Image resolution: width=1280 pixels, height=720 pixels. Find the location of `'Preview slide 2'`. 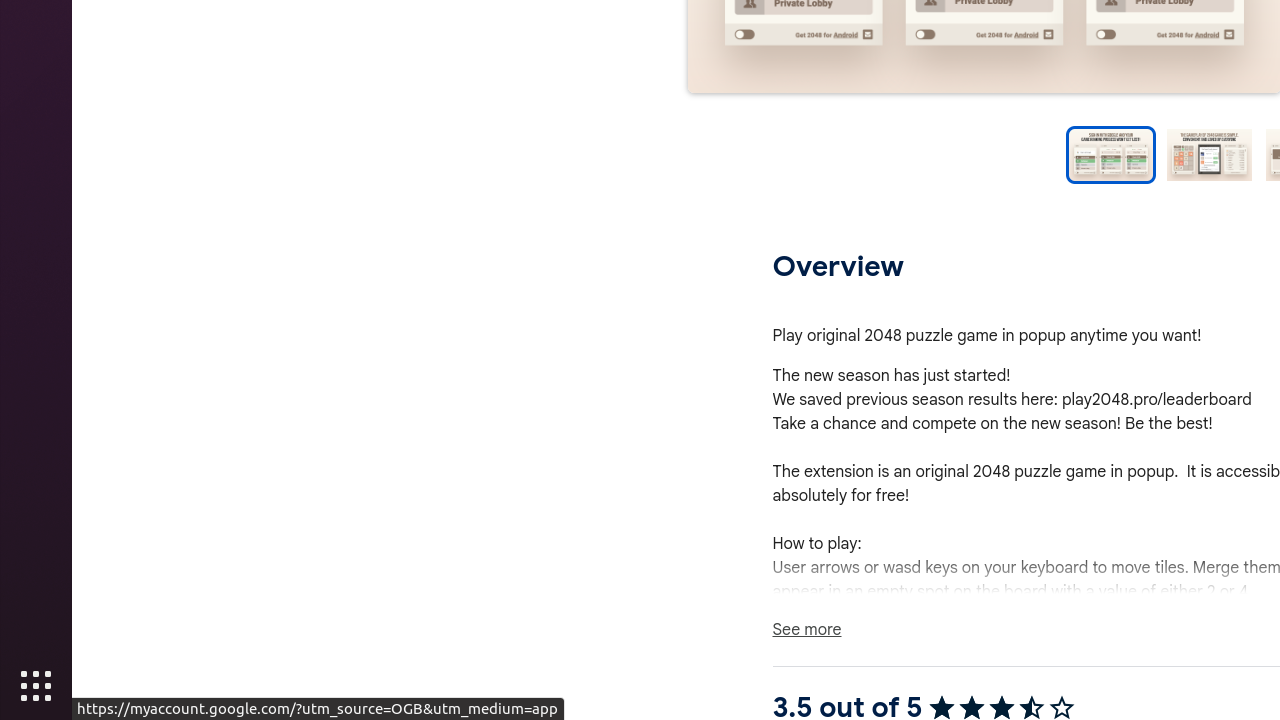

'Preview slide 2' is located at coordinates (1208, 154).